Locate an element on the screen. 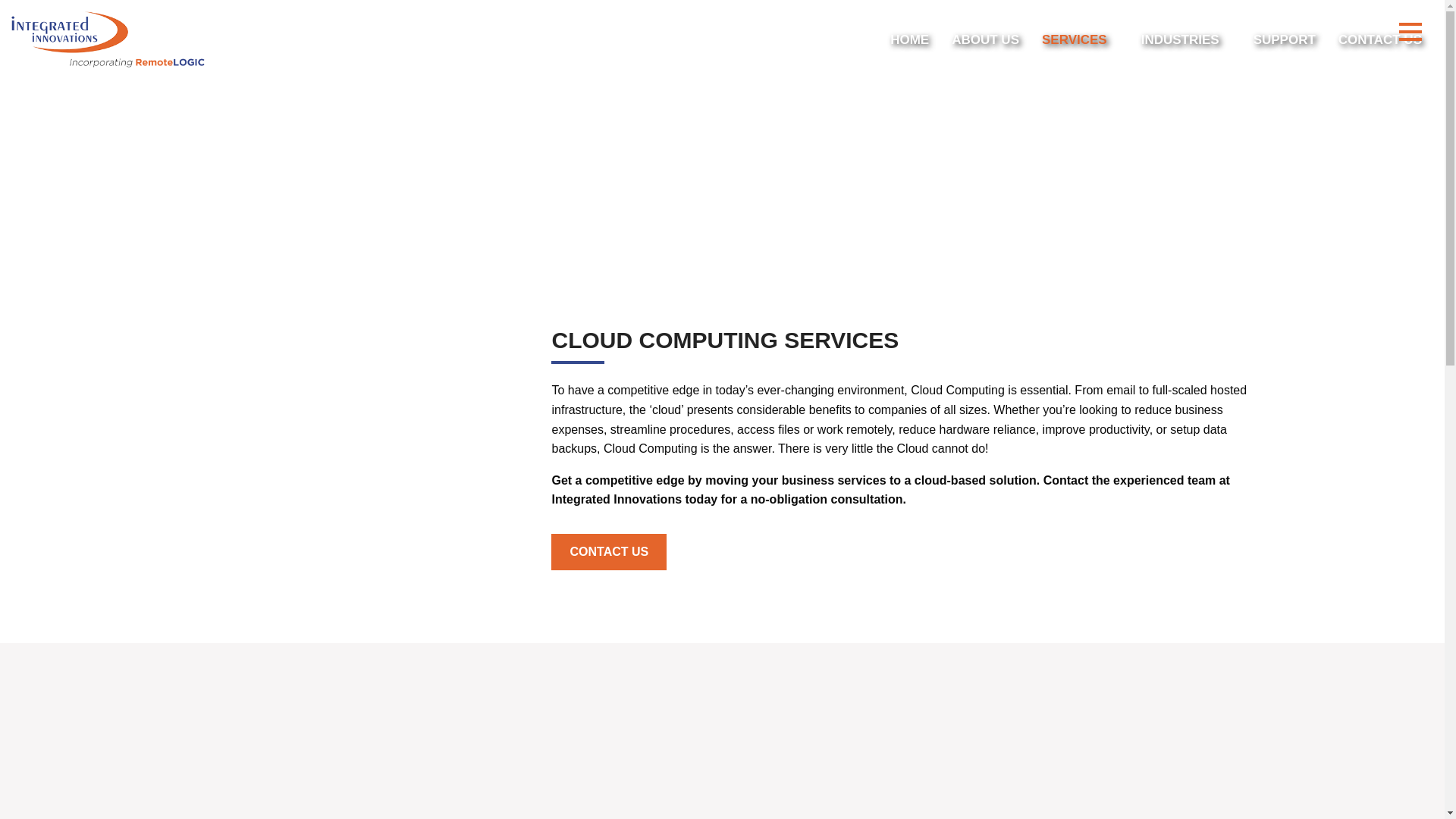 This screenshot has width=1456, height=819. 'HOME' is located at coordinates (909, 38).